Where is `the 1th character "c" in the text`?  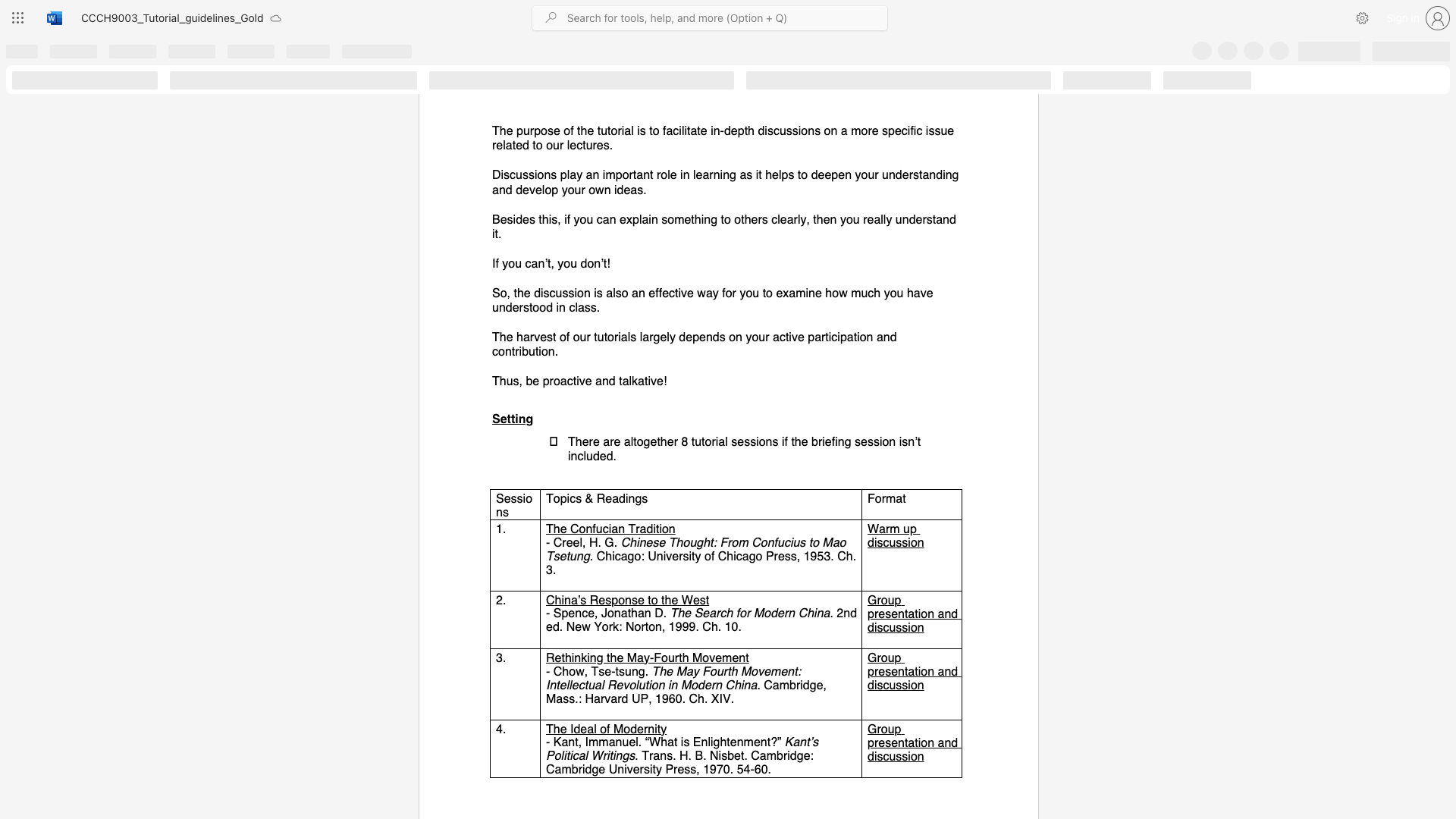 the 1th character "c" in the text is located at coordinates (513, 174).